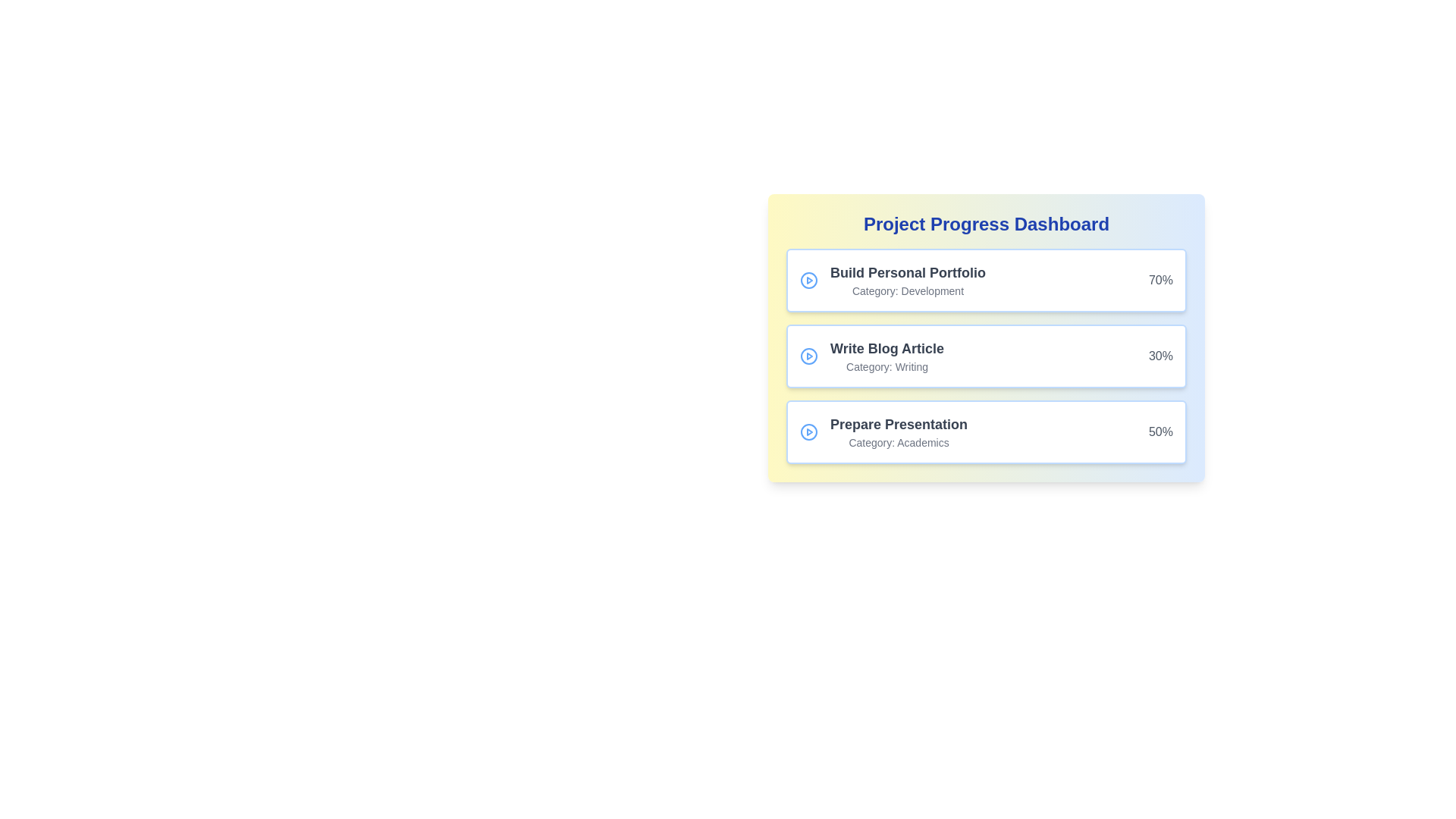 The width and height of the screenshot is (1456, 819). I want to click on the static text element displaying 'Build Personal Portfolio', which is styled in bold and large gray font, located at the top of a card on the dashboard, so click(908, 271).